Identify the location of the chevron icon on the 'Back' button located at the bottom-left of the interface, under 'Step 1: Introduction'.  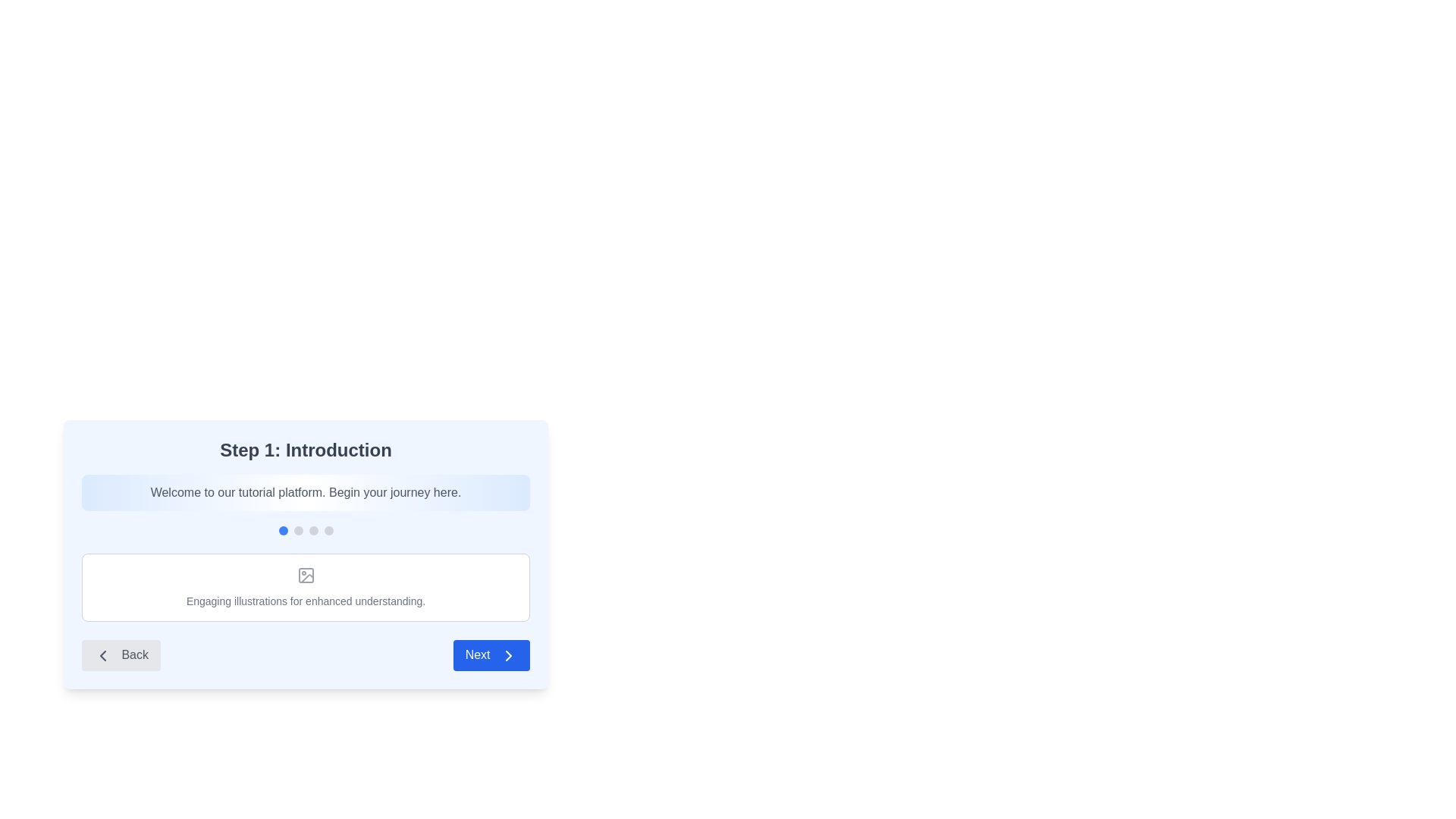
(102, 654).